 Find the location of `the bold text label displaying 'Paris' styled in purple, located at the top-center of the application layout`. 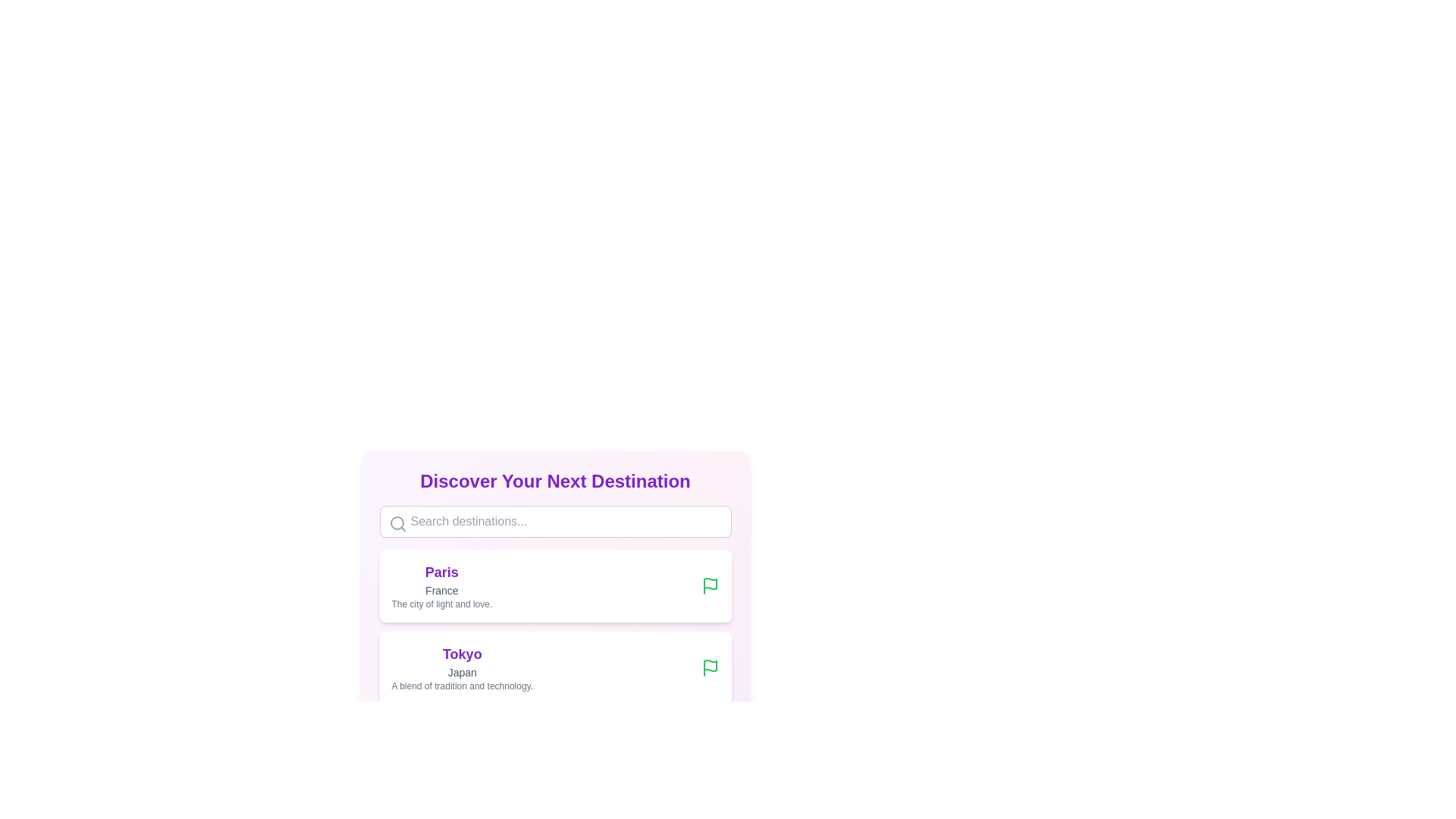

the bold text label displaying 'Paris' styled in purple, located at the top-center of the application layout is located at coordinates (441, 573).